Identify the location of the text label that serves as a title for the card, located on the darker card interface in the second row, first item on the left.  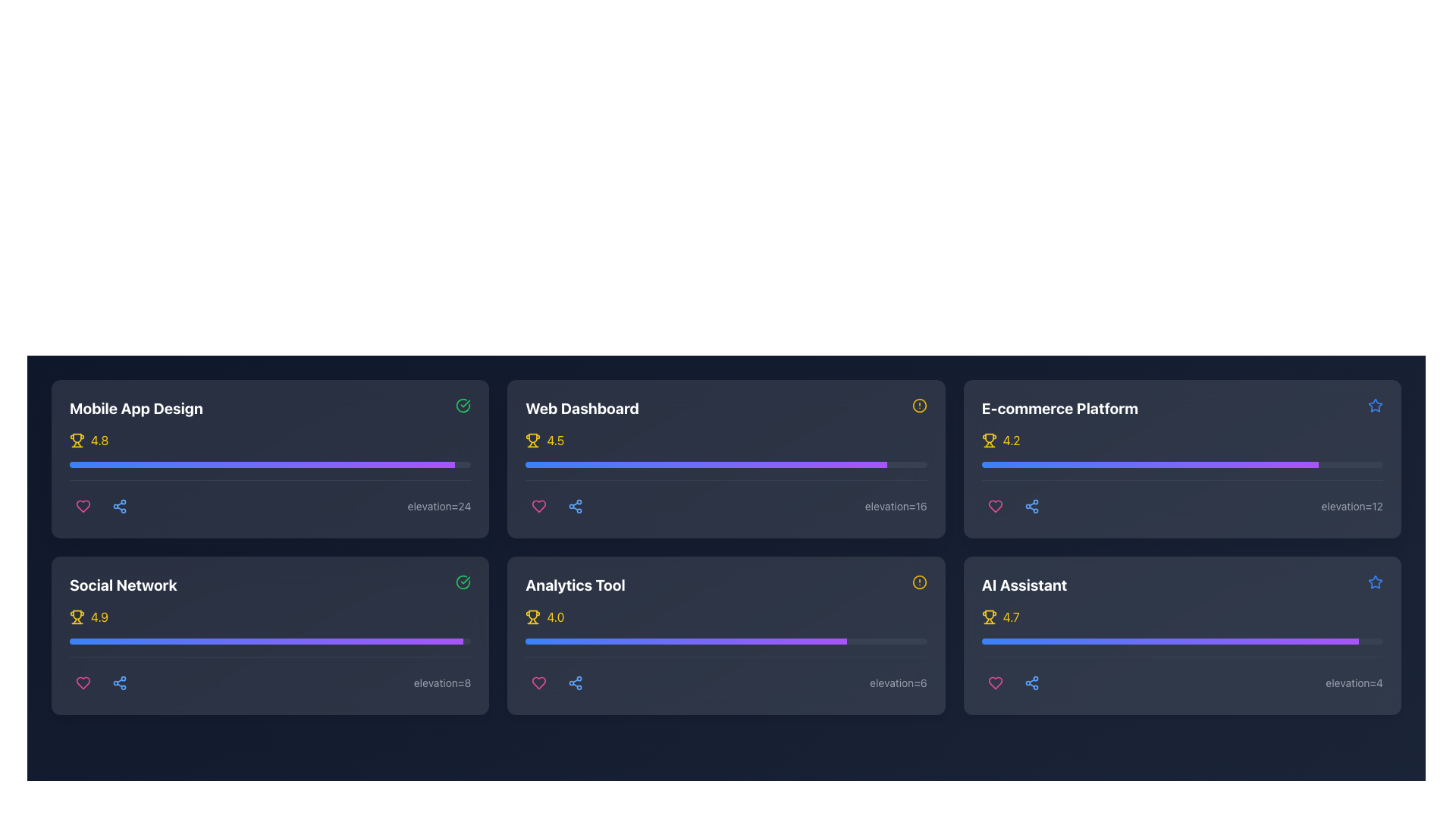
(123, 584).